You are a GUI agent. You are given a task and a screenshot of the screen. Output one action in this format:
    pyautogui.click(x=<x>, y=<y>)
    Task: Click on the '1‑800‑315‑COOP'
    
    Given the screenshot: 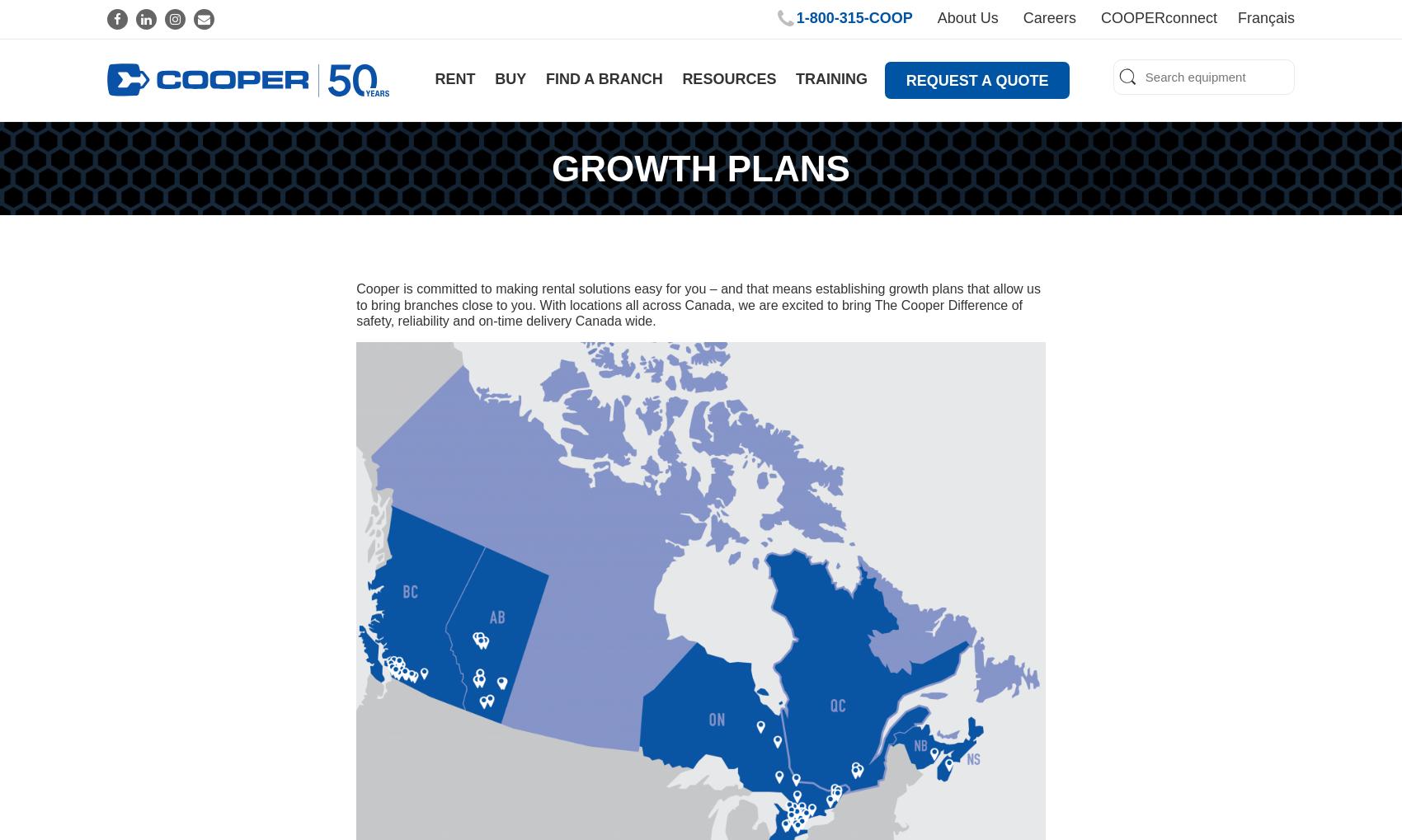 What is the action you would take?
    pyautogui.click(x=853, y=17)
    